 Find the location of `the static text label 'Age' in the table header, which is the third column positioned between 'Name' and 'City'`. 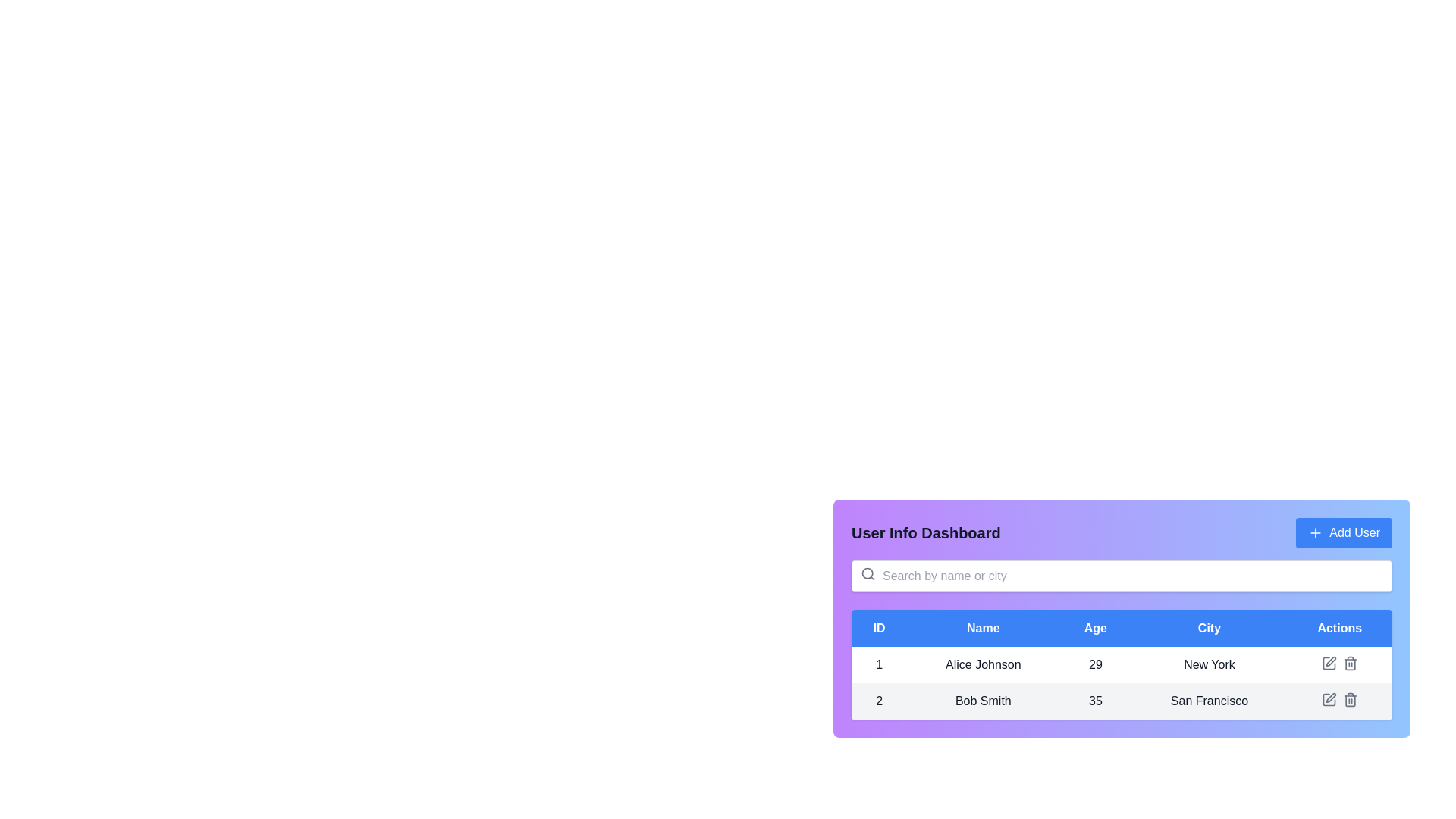

the static text label 'Age' in the table header, which is the third column positioned between 'Name' and 'City' is located at coordinates (1095, 629).